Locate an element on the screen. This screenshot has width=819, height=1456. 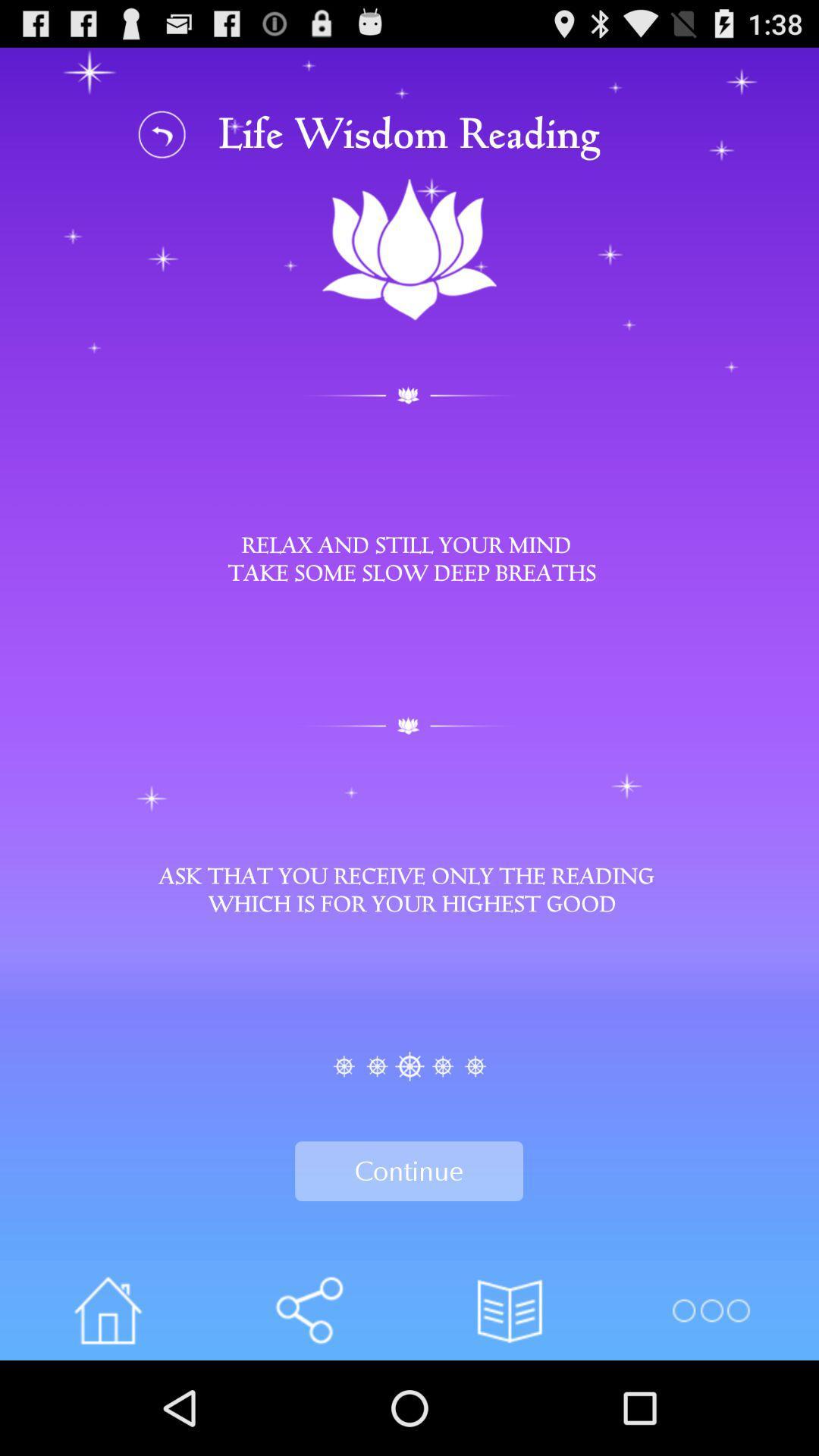
the image above the button continue on the web page is located at coordinates (409, 1065).